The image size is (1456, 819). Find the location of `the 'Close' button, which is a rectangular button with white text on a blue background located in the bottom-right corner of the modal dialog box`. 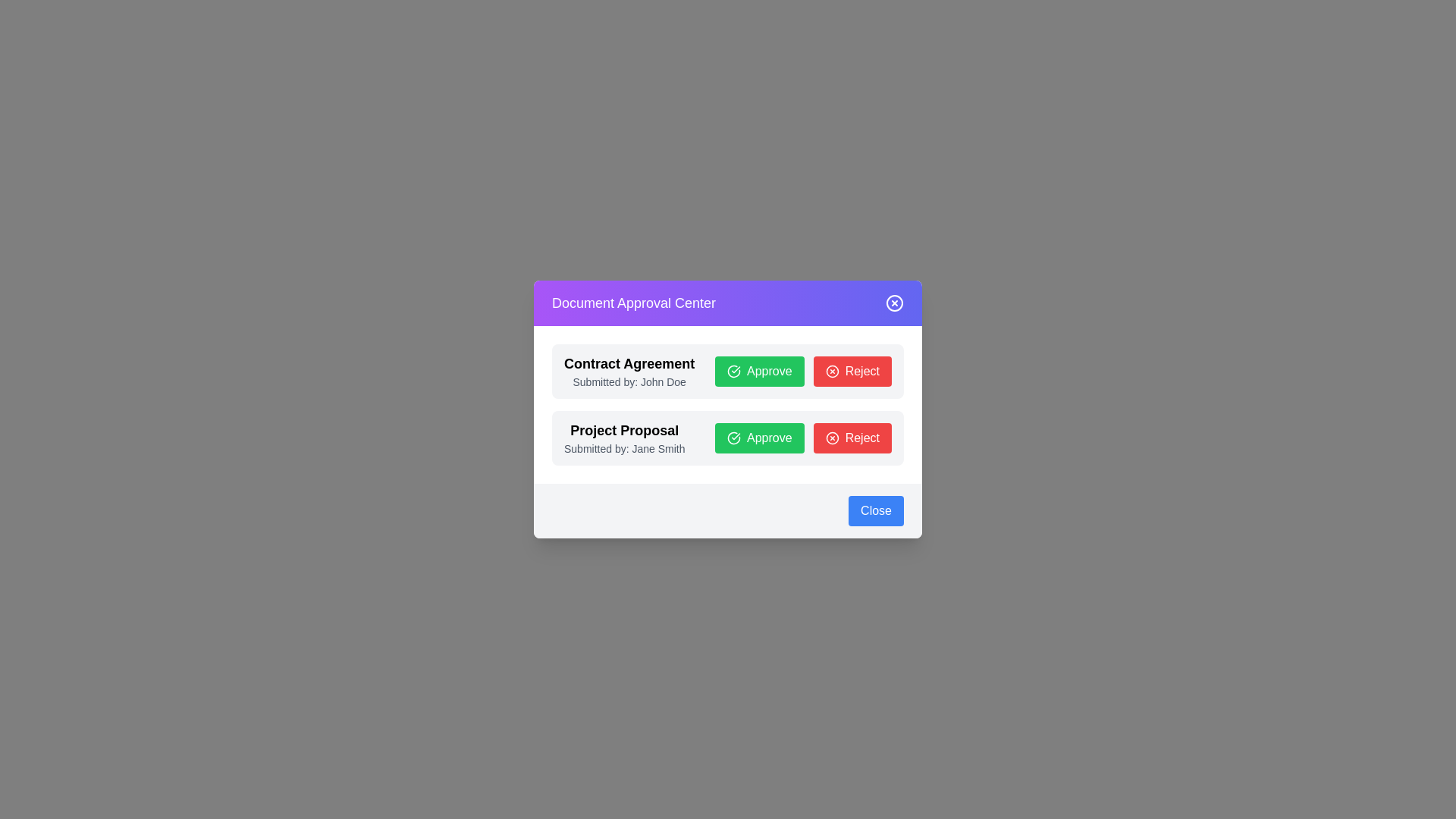

the 'Close' button, which is a rectangular button with white text on a blue background located in the bottom-right corner of the modal dialog box is located at coordinates (876, 511).